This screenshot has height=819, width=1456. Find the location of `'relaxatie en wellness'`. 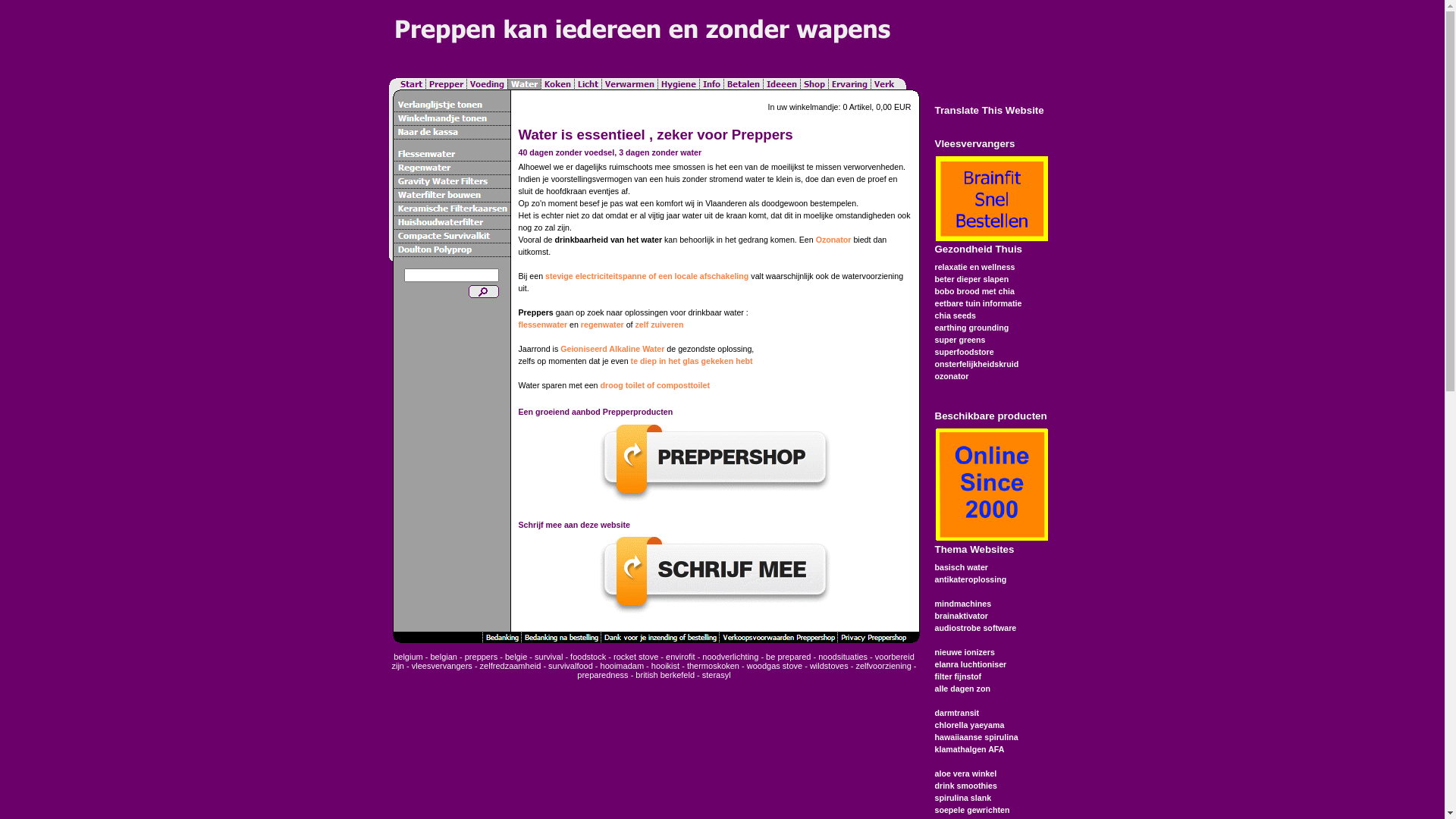

'relaxatie en wellness' is located at coordinates (974, 265).